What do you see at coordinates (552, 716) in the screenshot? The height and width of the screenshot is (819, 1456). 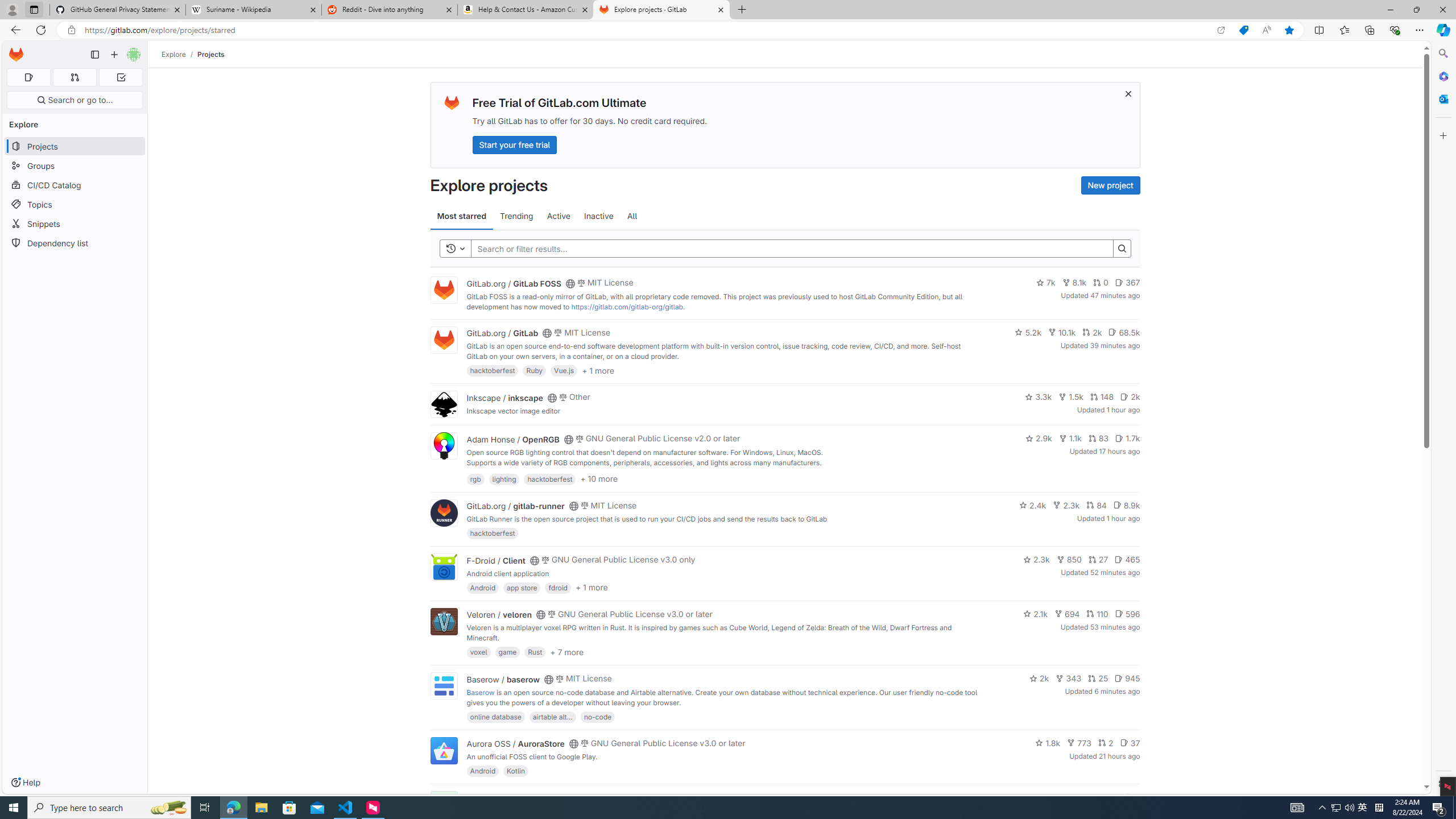 I see `'airtable alt...'` at bounding box center [552, 716].